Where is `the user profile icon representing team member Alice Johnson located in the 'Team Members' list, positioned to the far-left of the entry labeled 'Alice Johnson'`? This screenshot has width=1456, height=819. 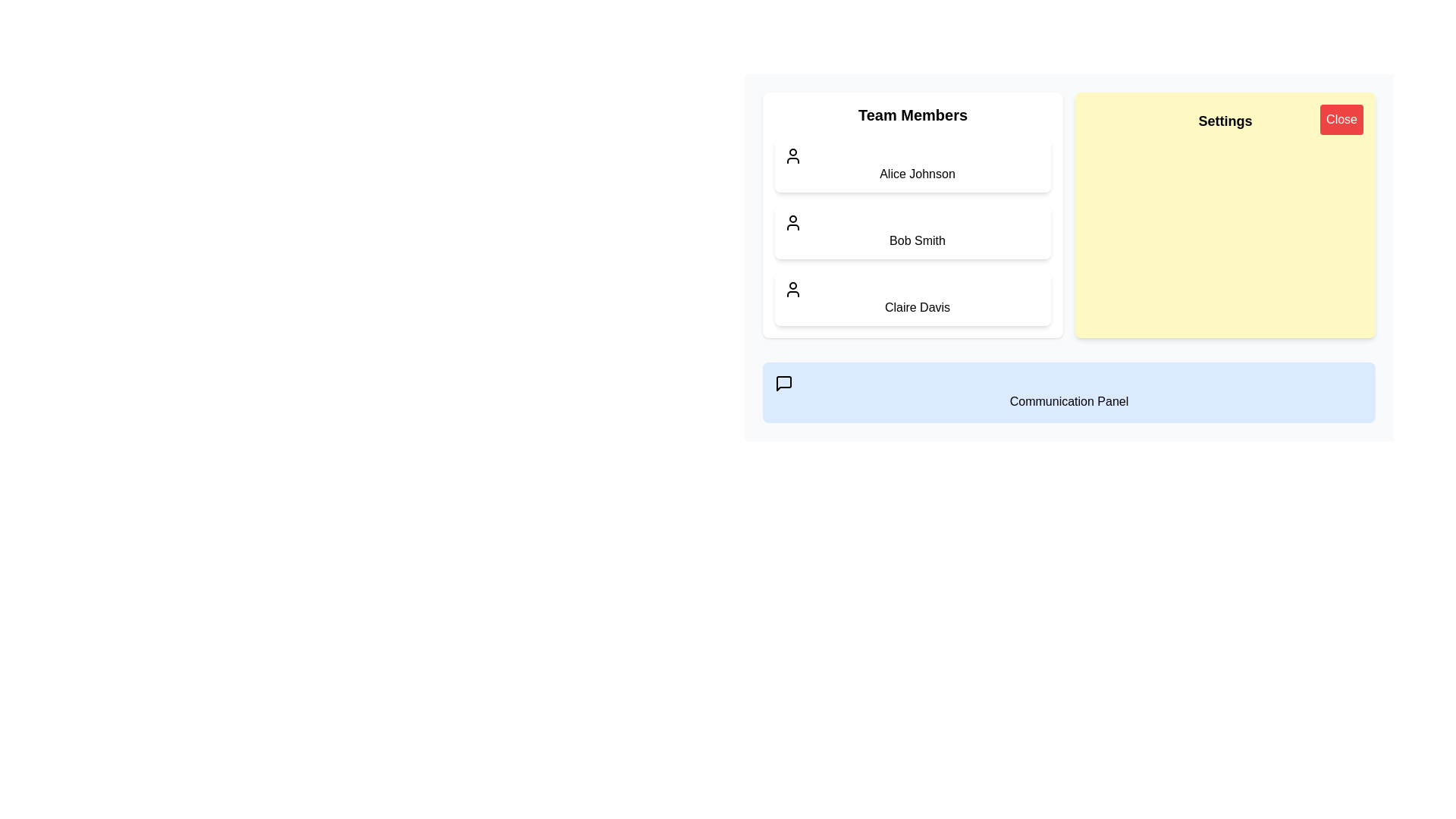
the user profile icon representing team member Alice Johnson located in the 'Team Members' list, positioned to the far-left of the entry labeled 'Alice Johnson' is located at coordinates (792, 155).